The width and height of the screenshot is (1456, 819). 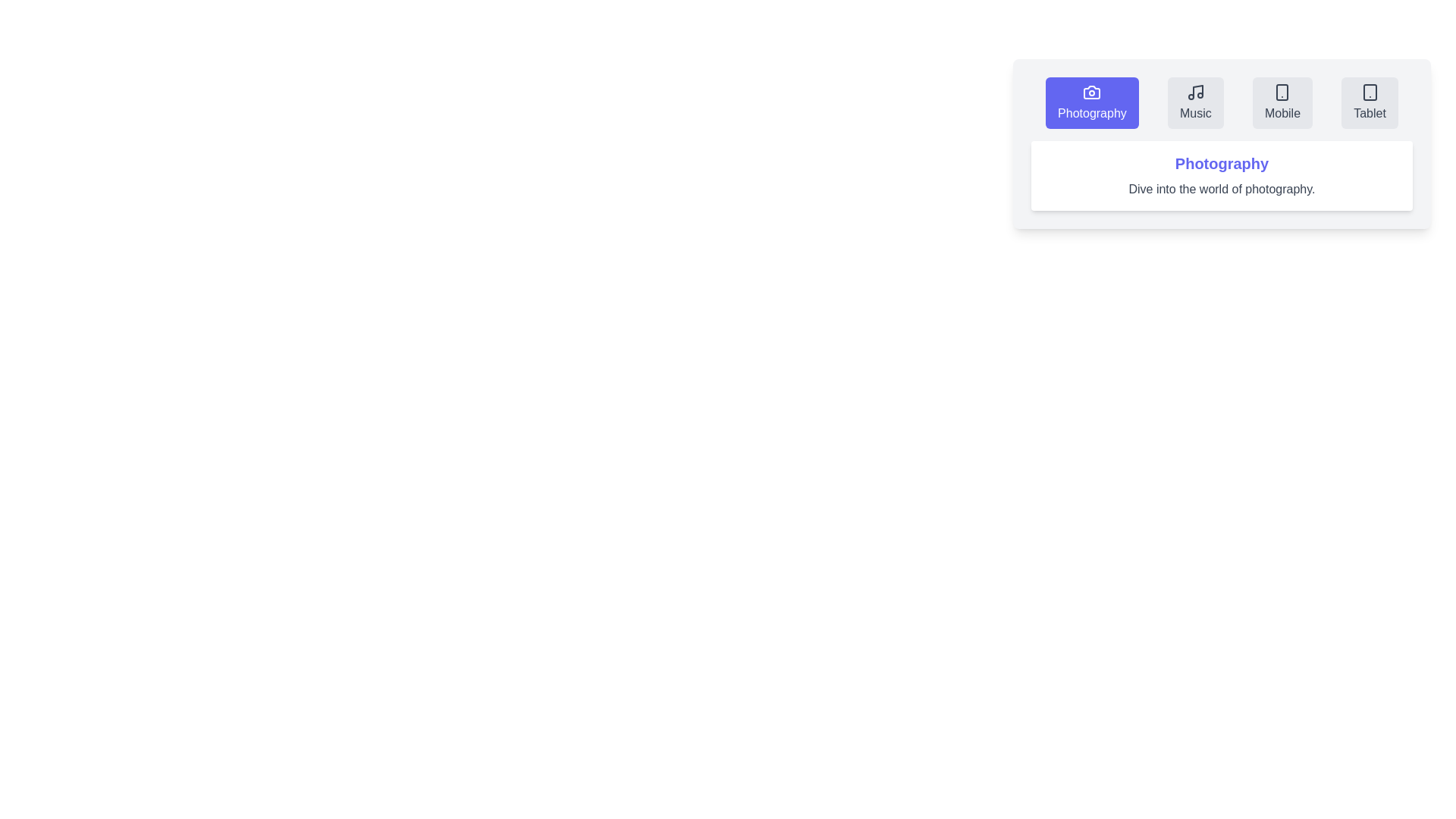 What do you see at coordinates (1092, 102) in the screenshot?
I see `the tab labeled Photography` at bounding box center [1092, 102].